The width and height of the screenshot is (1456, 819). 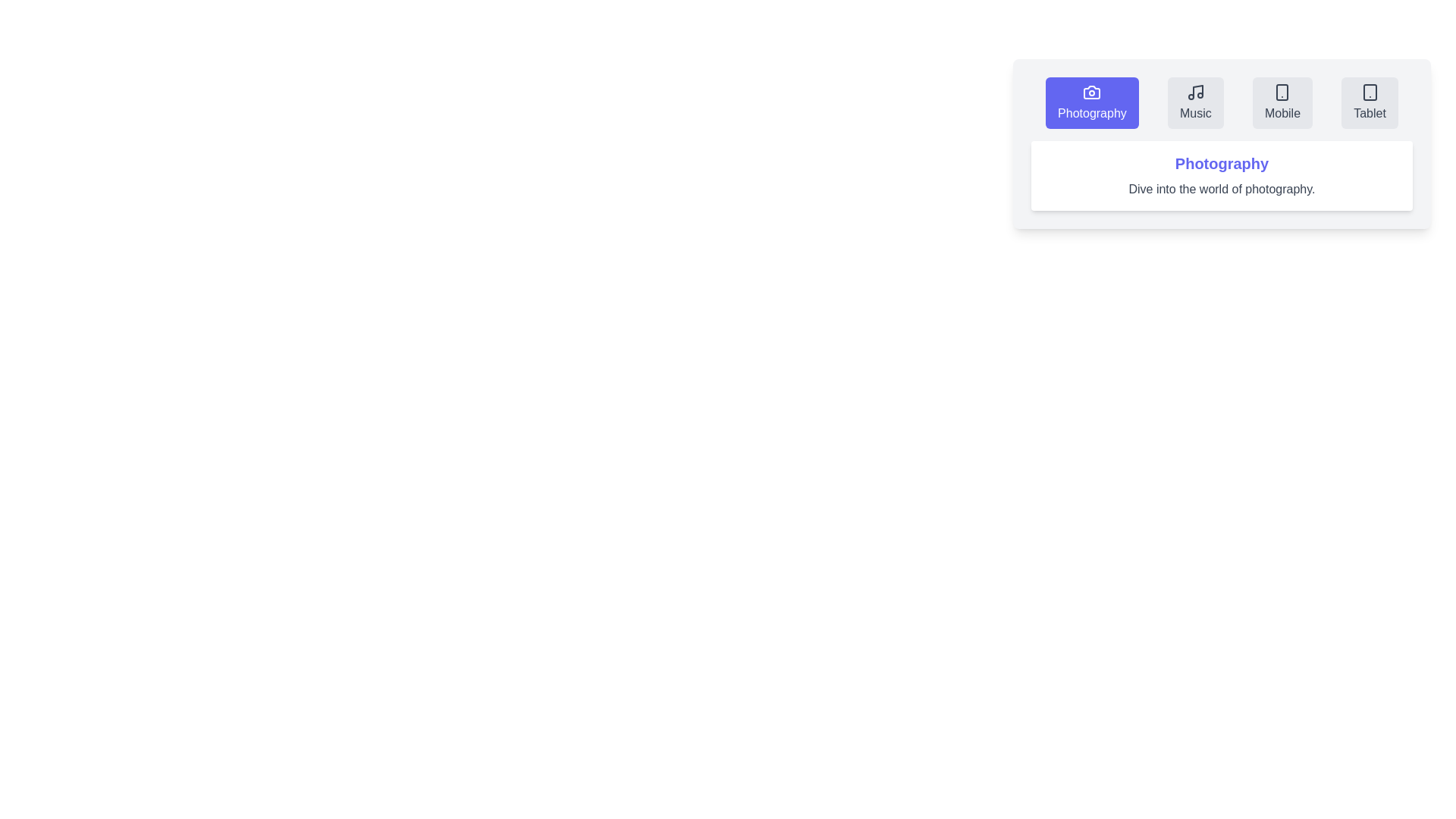 What do you see at coordinates (1092, 102) in the screenshot?
I see `the tab labeled Photography` at bounding box center [1092, 102].